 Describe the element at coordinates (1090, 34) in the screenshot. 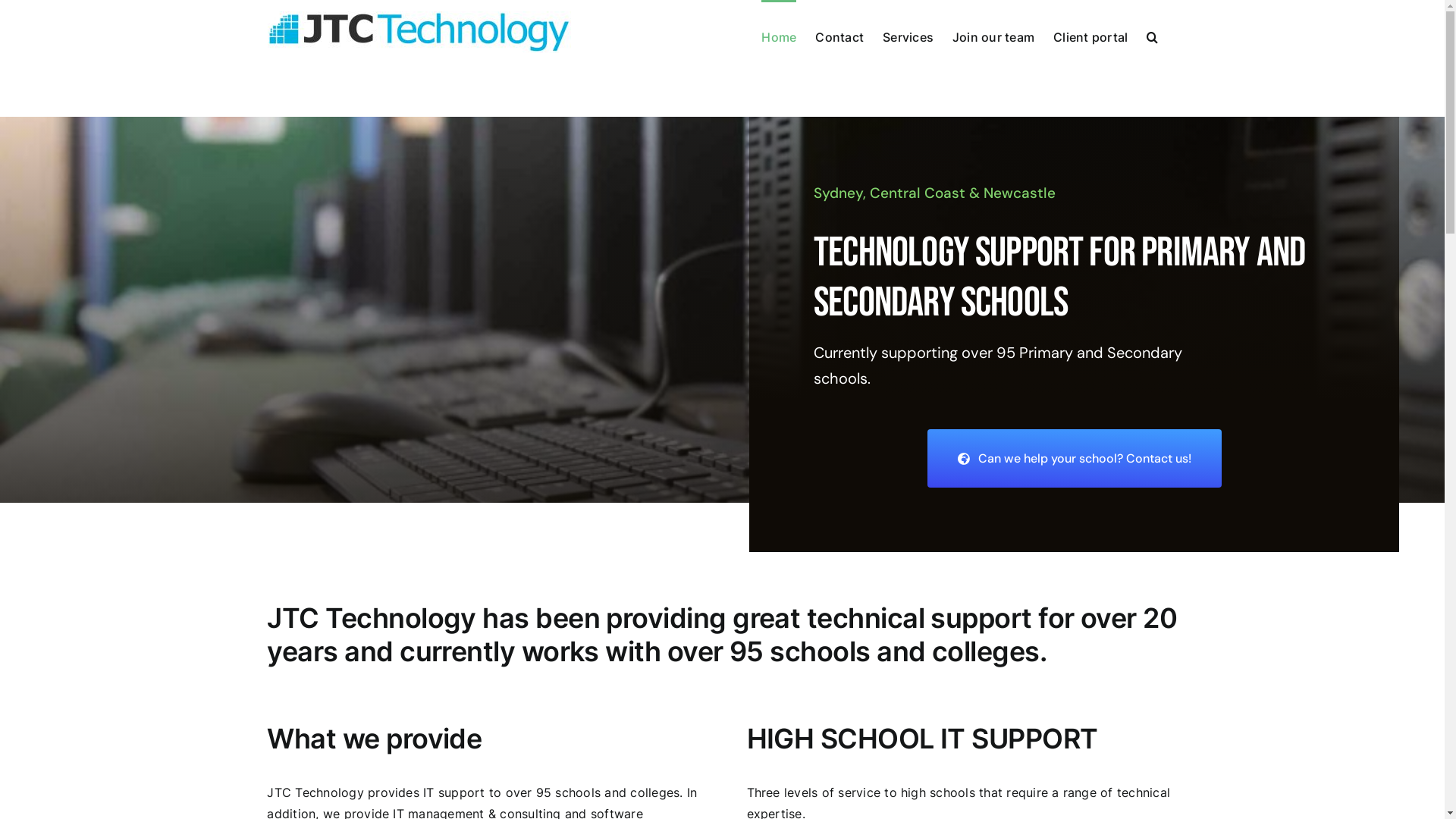

I see `'Client portal'` at that location.